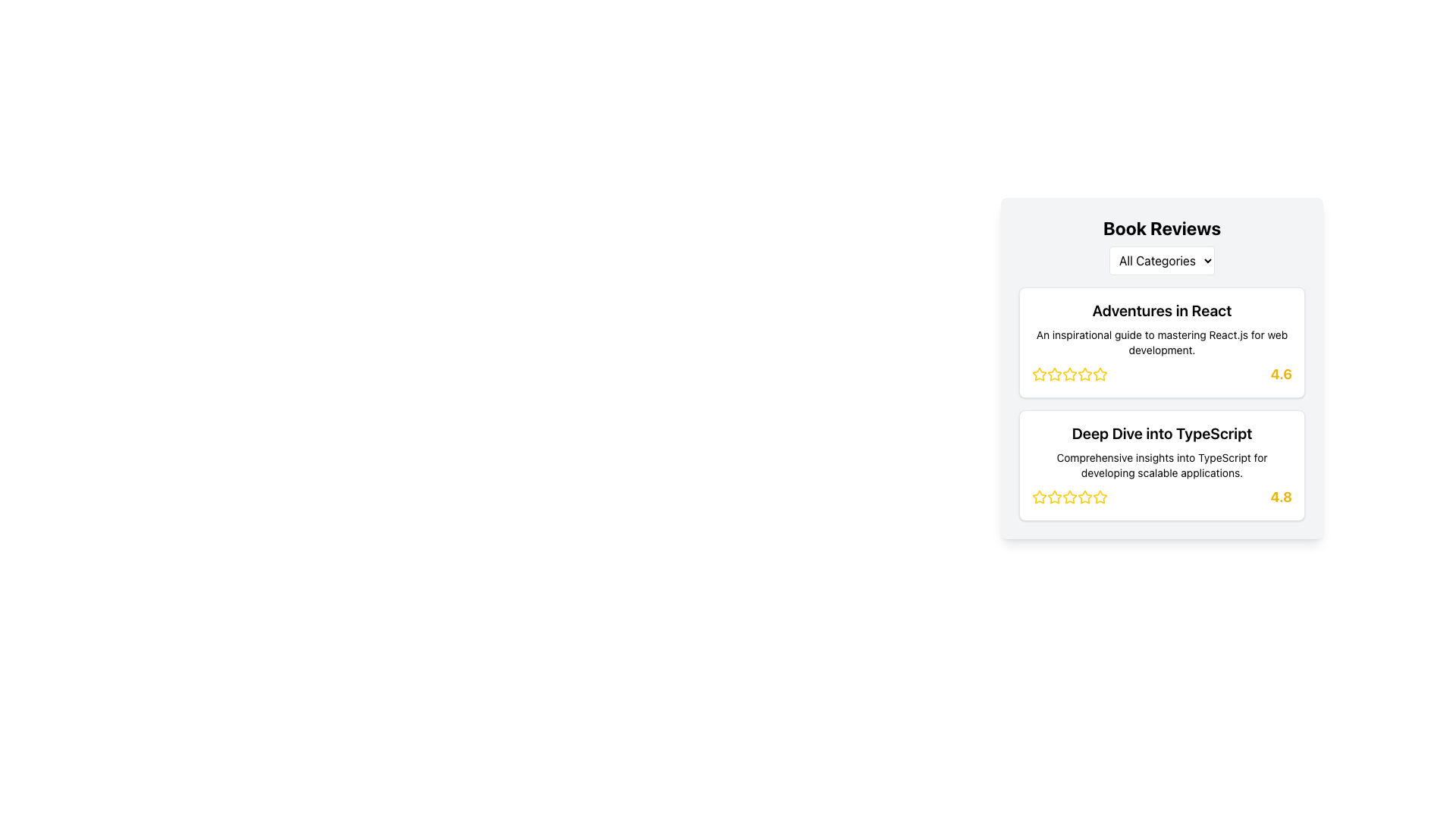 This screenshot has height=819, width=1456. I want to click on the first star icon in the rating system under the text 'Adventures in React' in the 'Book Reviews' section, so click(1054, 374).